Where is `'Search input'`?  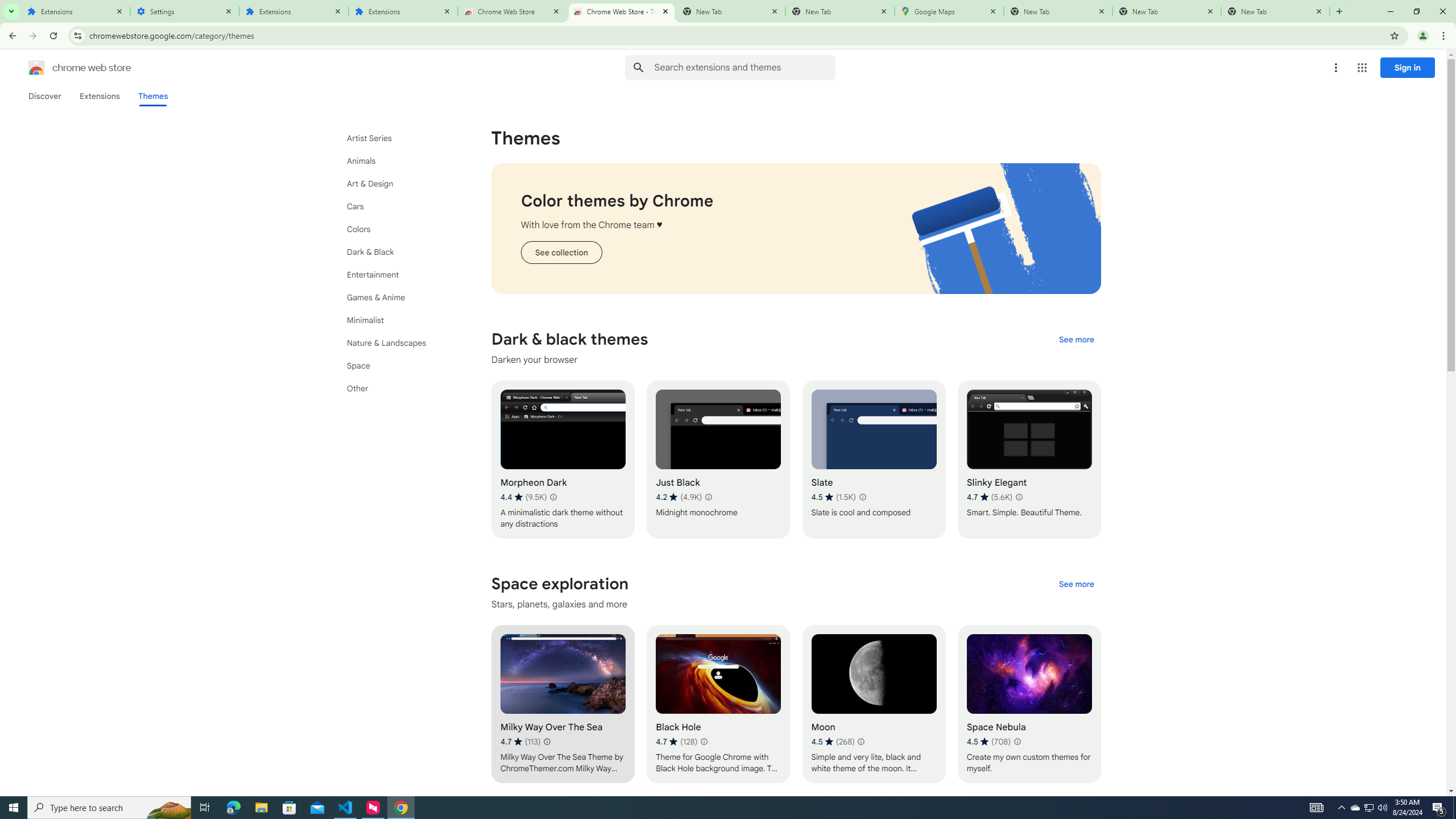 'Search input' is located at coordinates (744, 67).